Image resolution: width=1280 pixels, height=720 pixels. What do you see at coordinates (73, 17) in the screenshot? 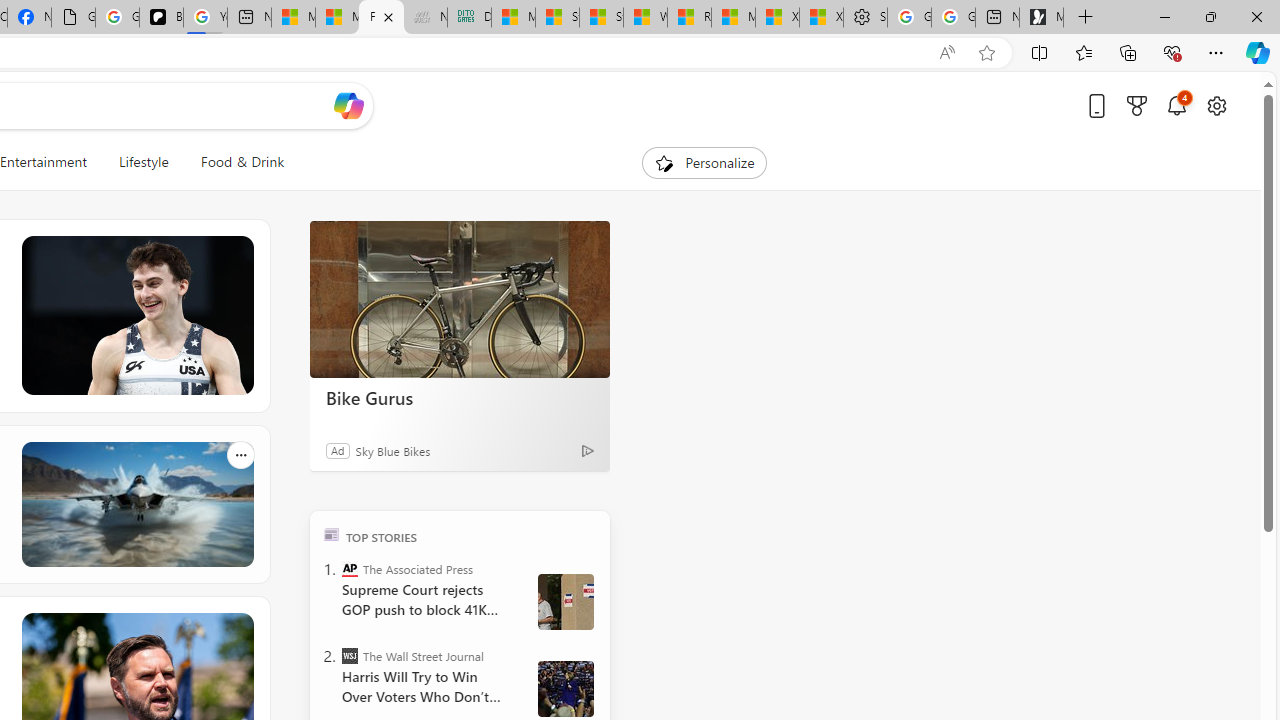
I see `'Google Analytics Opt-out Browser Add-on Download Page'` at bounding box center [73, 17].